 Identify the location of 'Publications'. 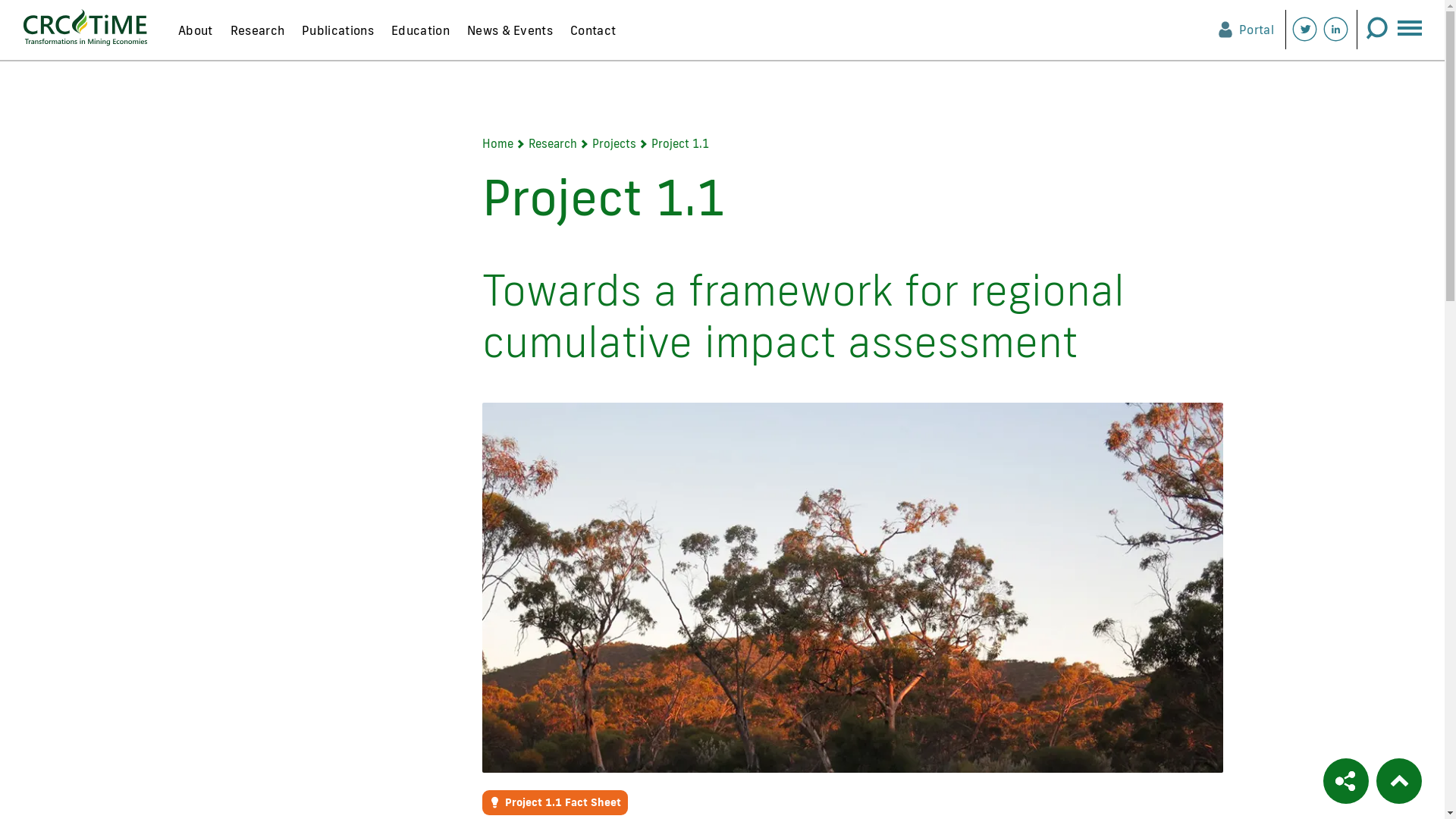
(336, 37).